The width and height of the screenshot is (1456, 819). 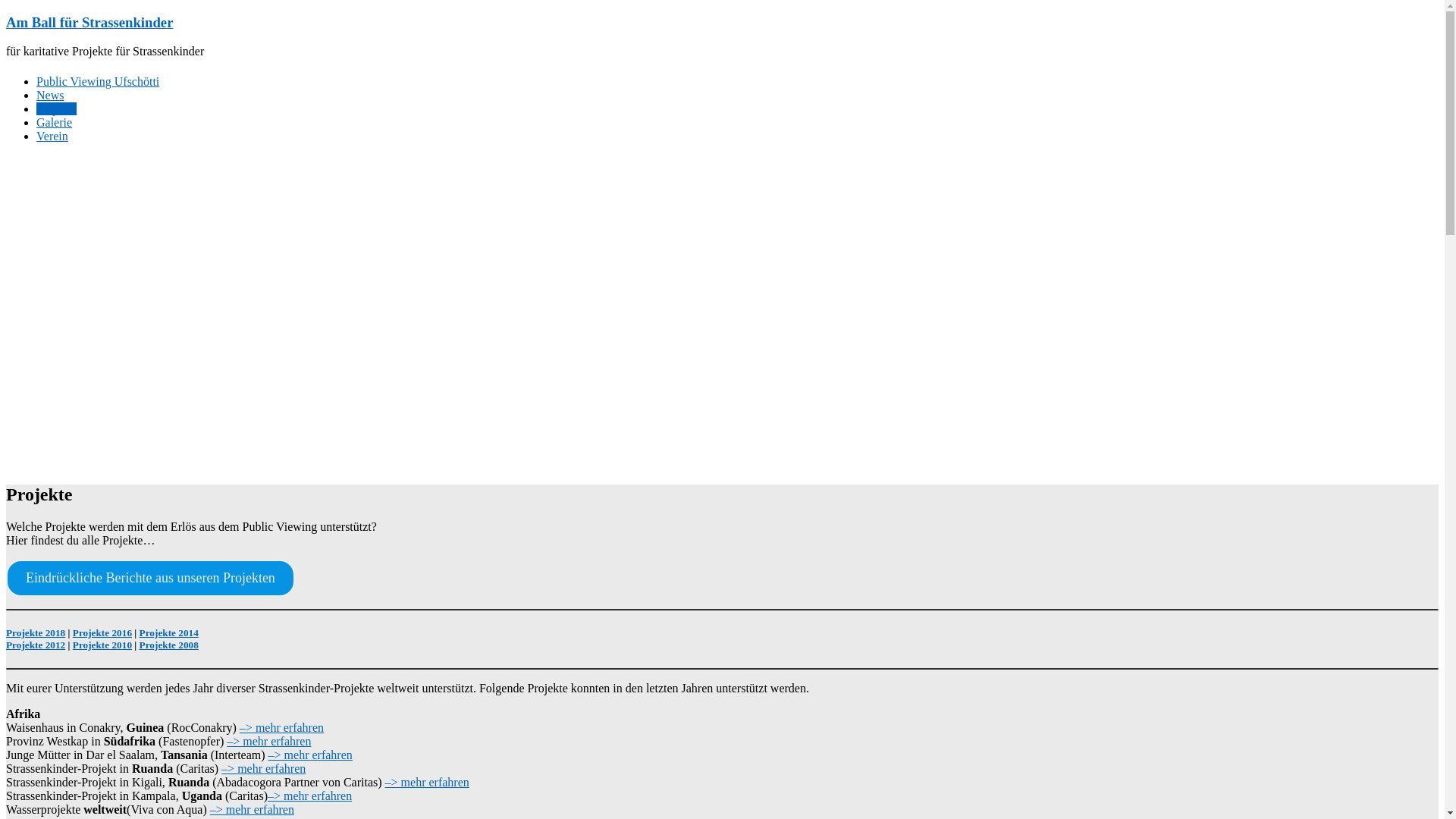 What do you see at coordinates (5, 14) in the screenshot?
I see `'Zum Inhalt springen'` at bounding box center [5, 14].